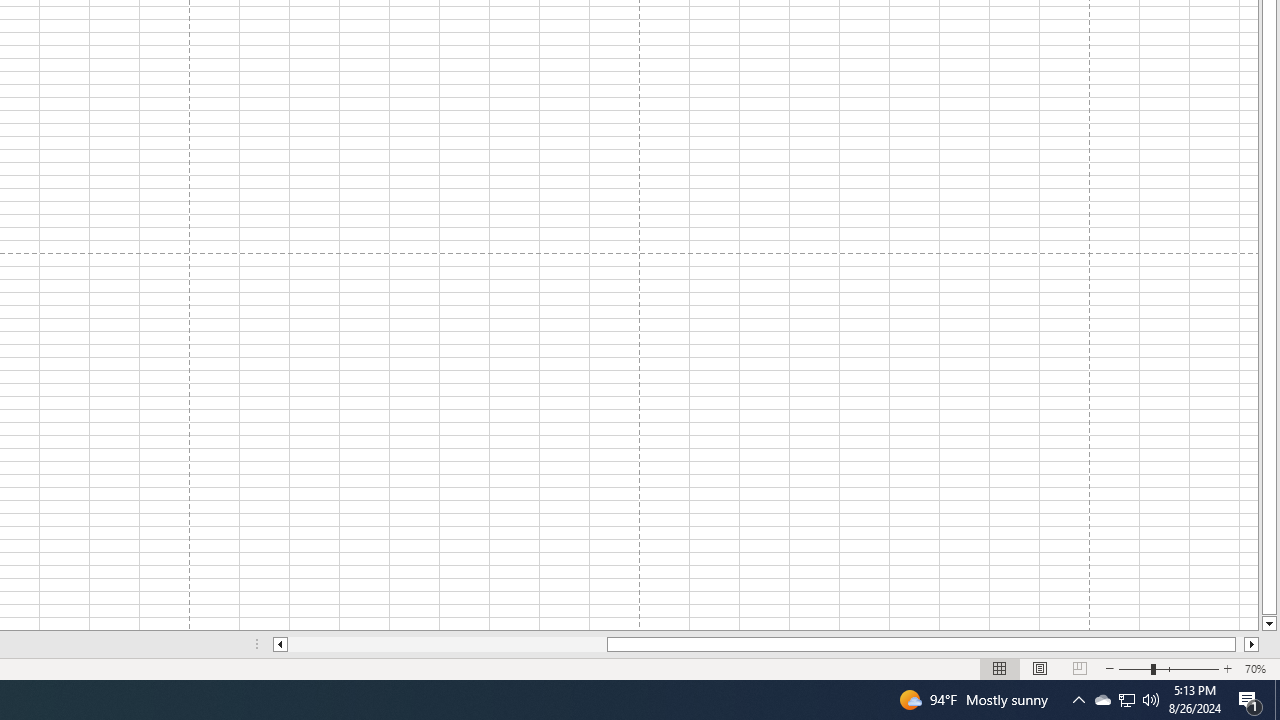 Image resolution: width=1280 pixels, height=720 pixels. What do you see at coordinates (446, 644) in the screenshot?
I see `'Page left'` at bounding box center [446, 644].